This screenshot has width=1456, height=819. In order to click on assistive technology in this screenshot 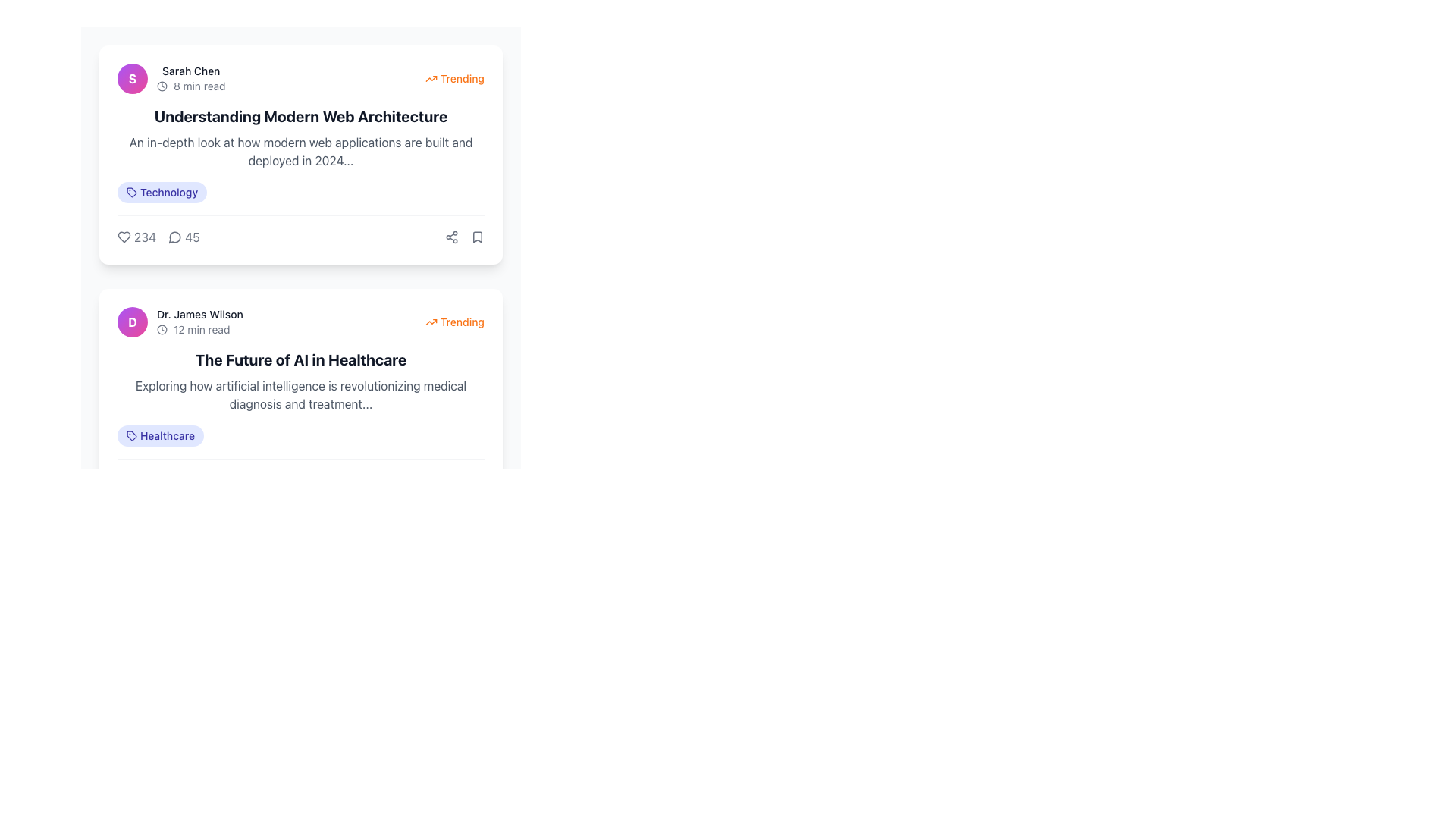, I will do `click(190, 86)`.